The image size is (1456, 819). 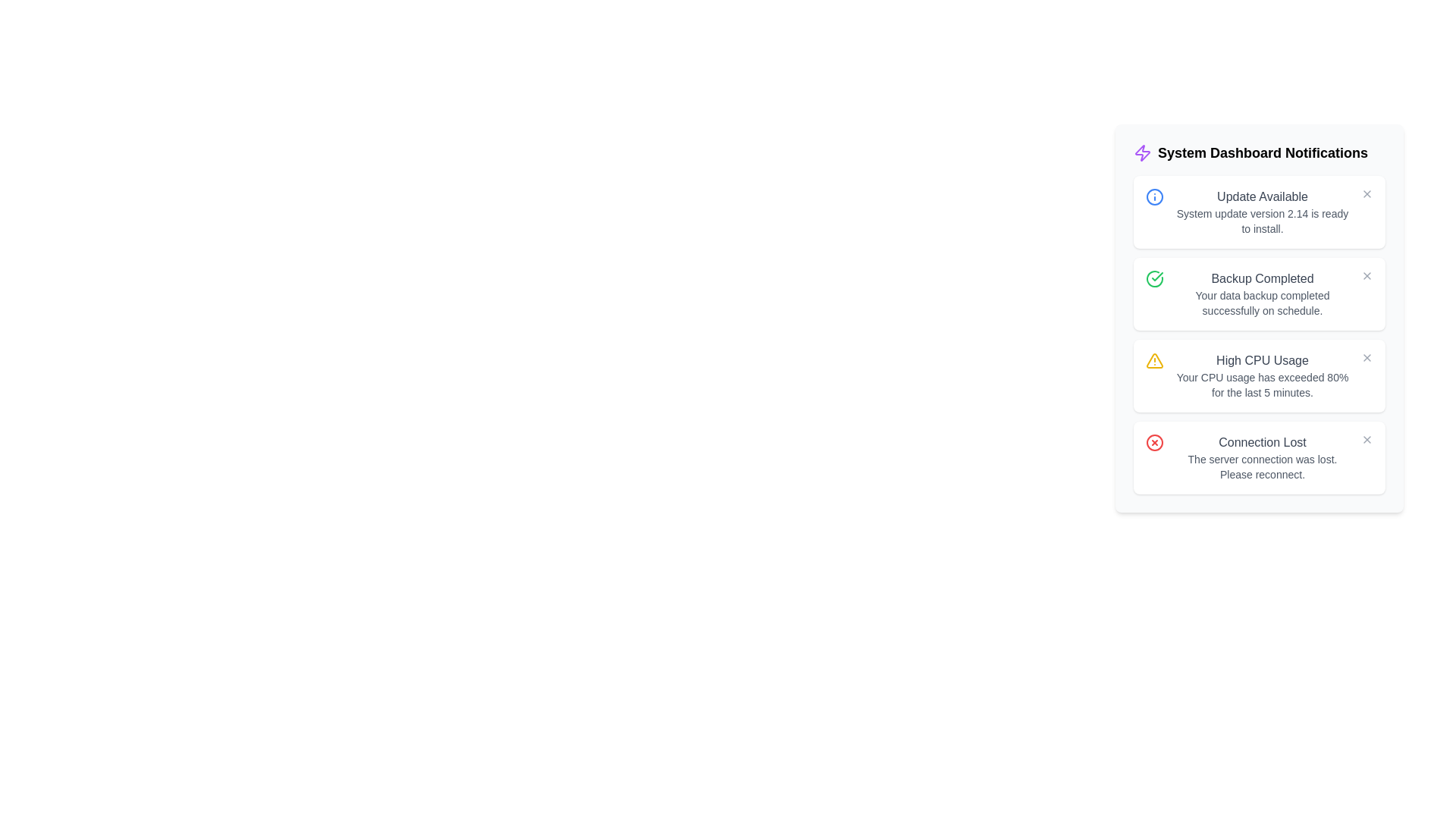 I want to click on the bold text title 'System Dashboard Notifications' located at the top right corner of the main notification panel, so click(x=1263, y=152).